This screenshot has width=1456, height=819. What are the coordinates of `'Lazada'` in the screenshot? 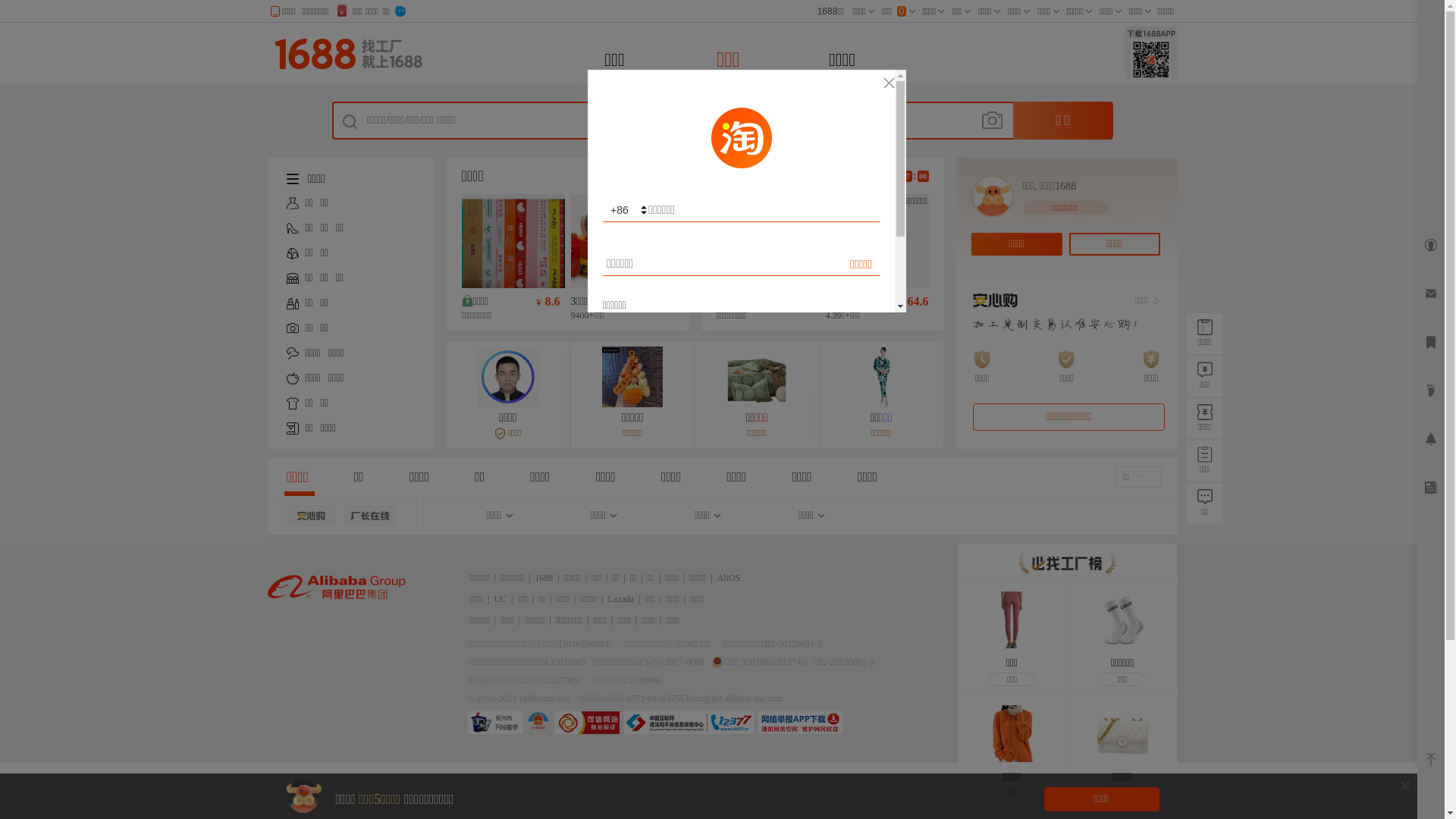 It's located at (607, 598).